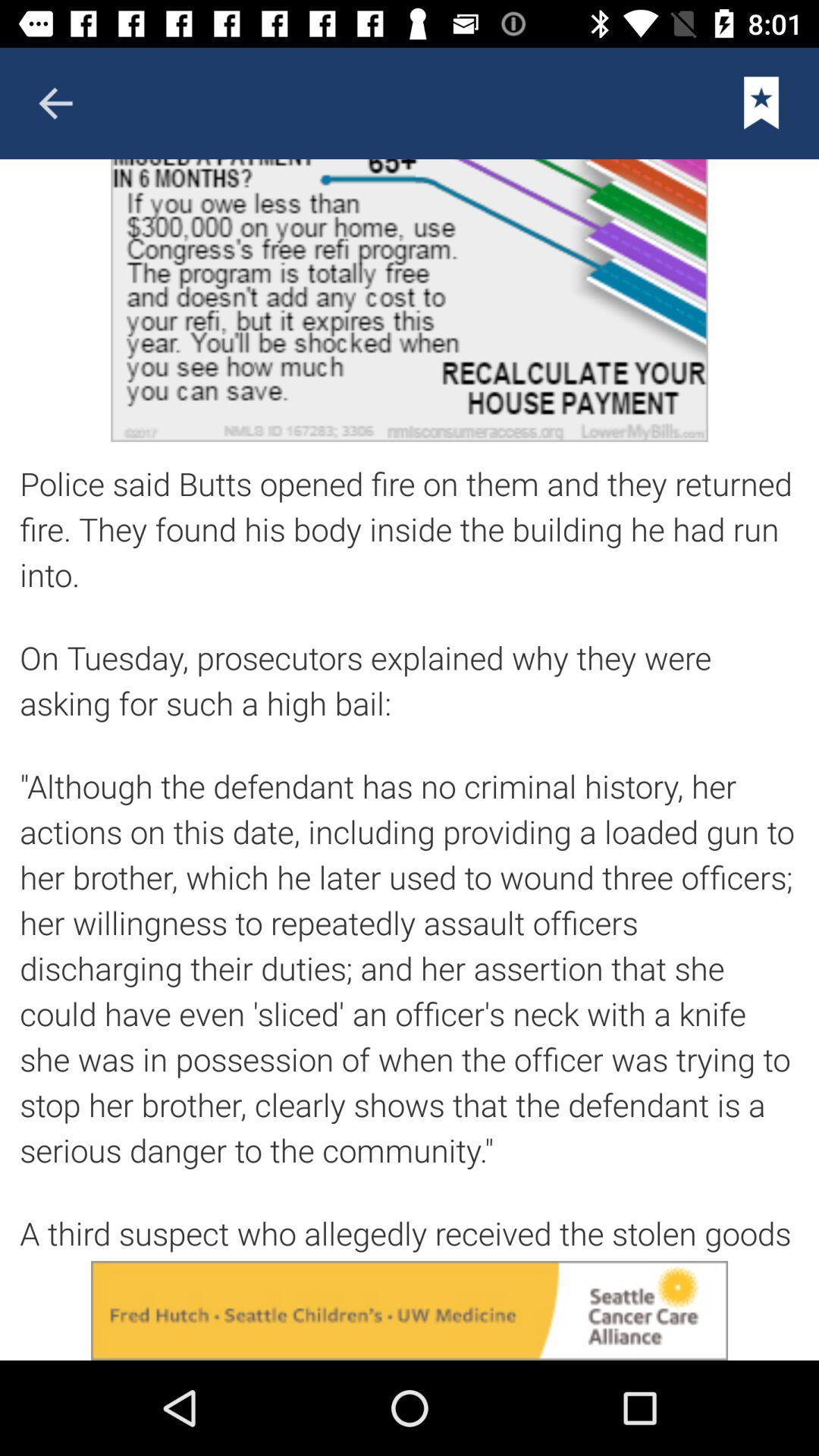 The width and height of the screenshot is (819, 1456). What do you see at coordinates (55, 102) in the screenshot?
I see `the arrow_backward icon` at bounding box center [55, 102].